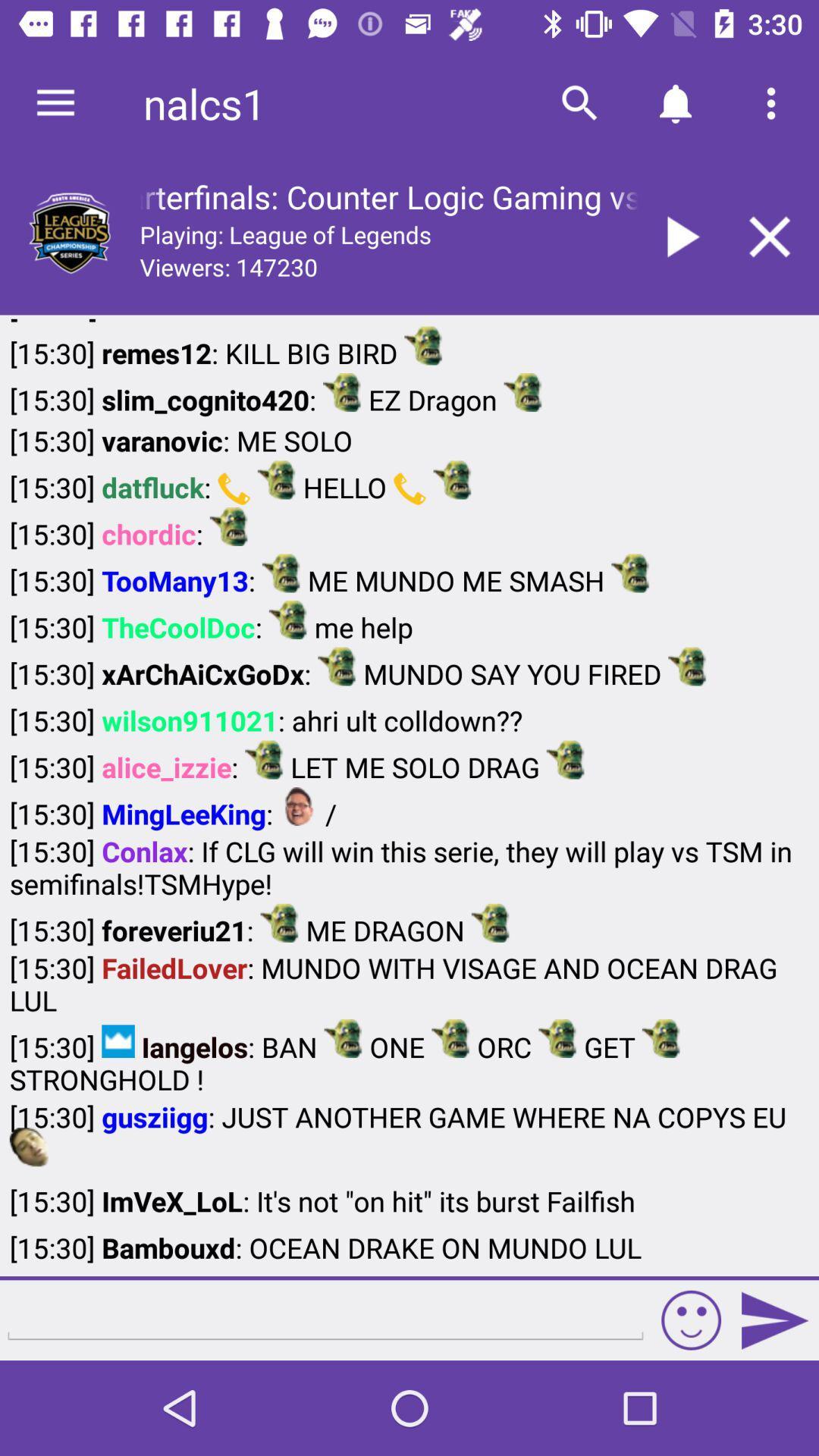 The image size is (819, 1456). Describe the element at coordinates (678, 236) in the screenshot. I see `the play icon` at that location.